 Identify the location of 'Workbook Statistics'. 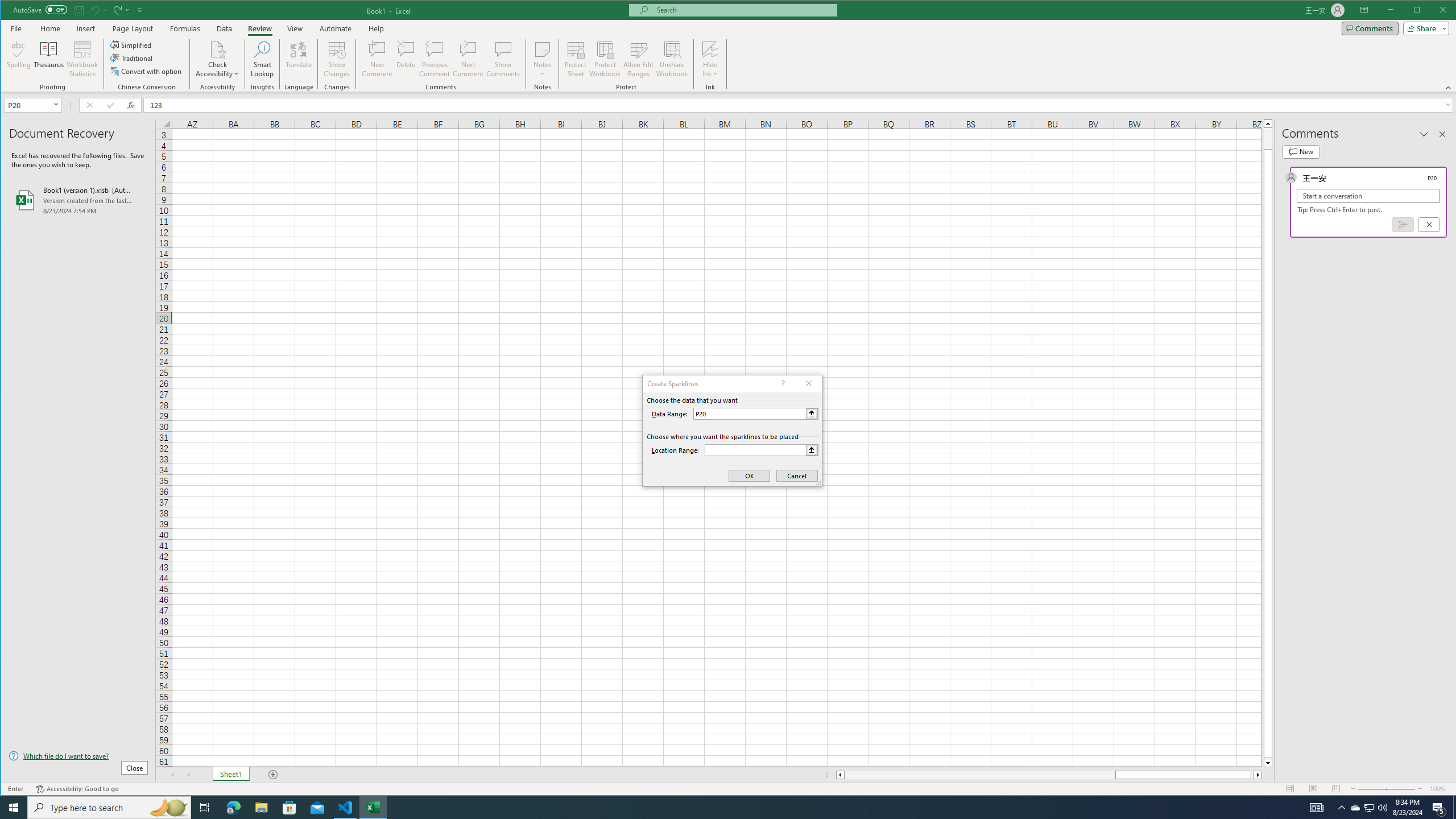
(81, 59).